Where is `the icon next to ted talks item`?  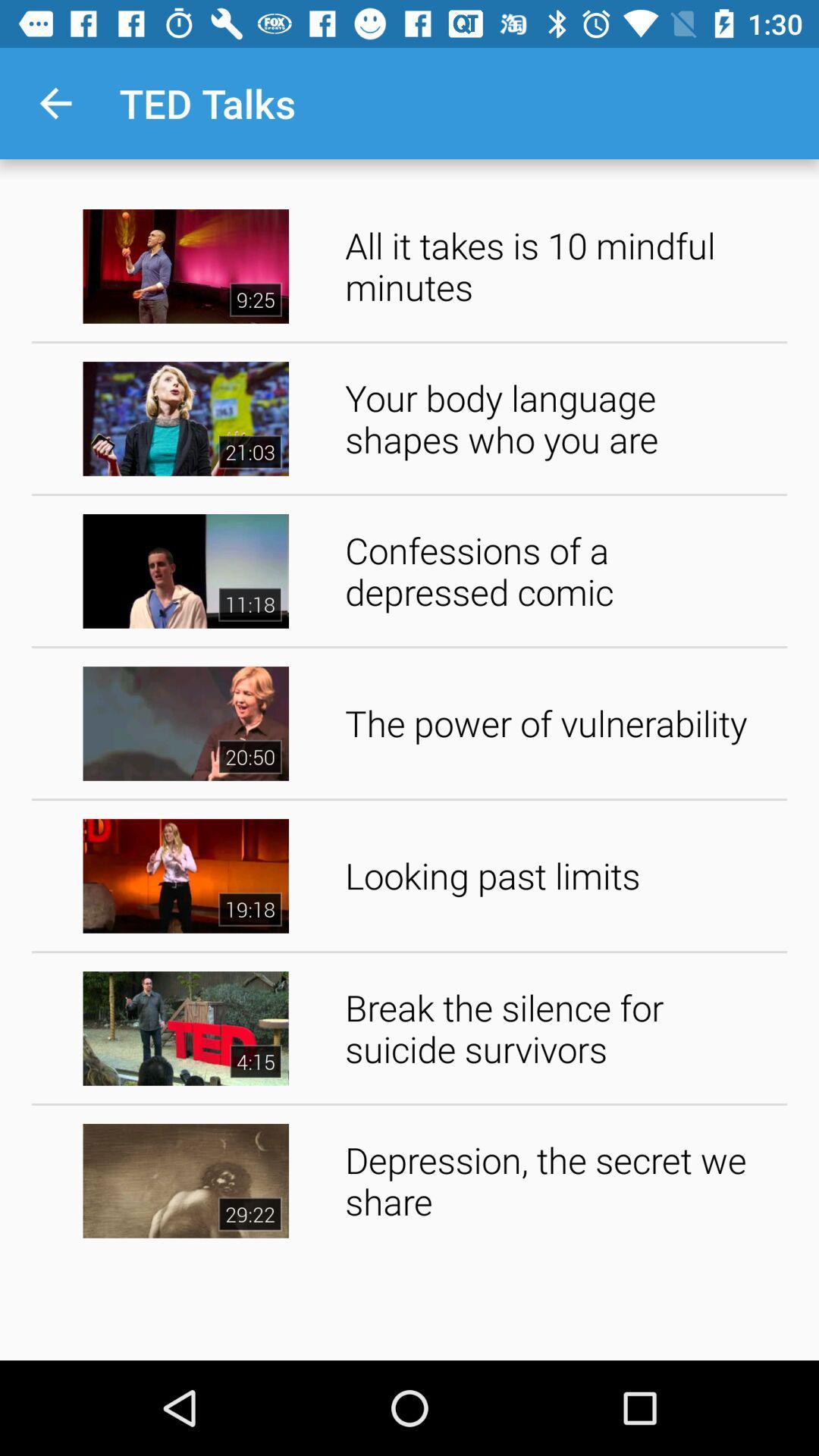
the icon next to ted talks item is located at coordinates (55, 102).